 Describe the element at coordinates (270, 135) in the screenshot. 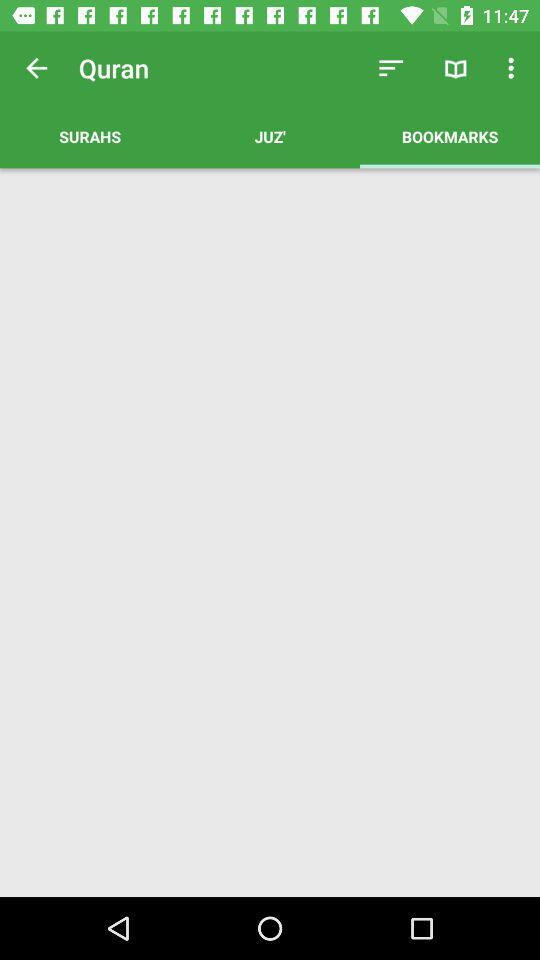

I see `the juz' item` at that location.